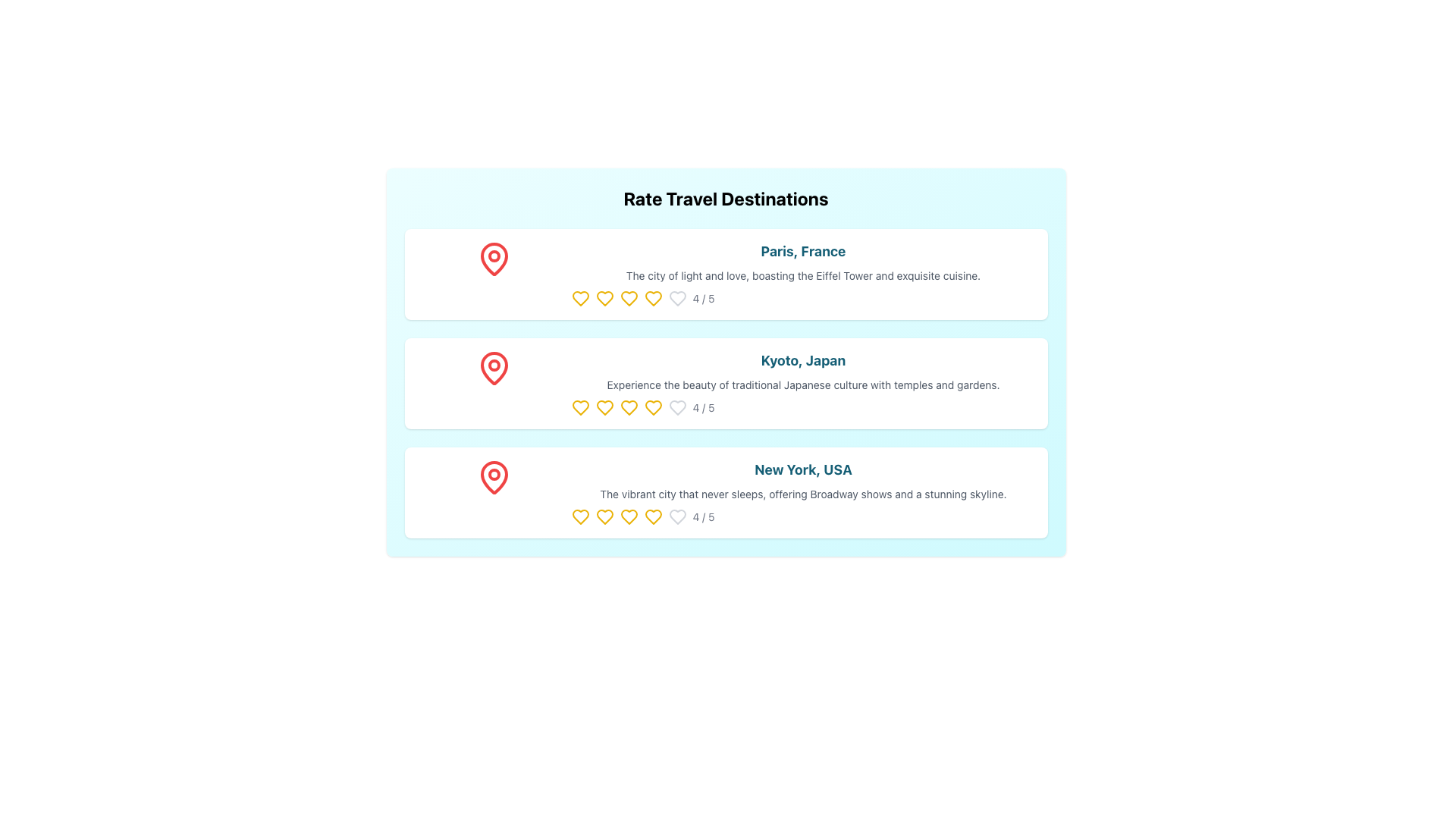 The width and height of the screenshot is (1456, 819). Describe the element at coordinates (579, 406) in the screenshot. I see `the third heart icon representing the rating option for the entry titled 'Kyoto, Japan'` at that location.